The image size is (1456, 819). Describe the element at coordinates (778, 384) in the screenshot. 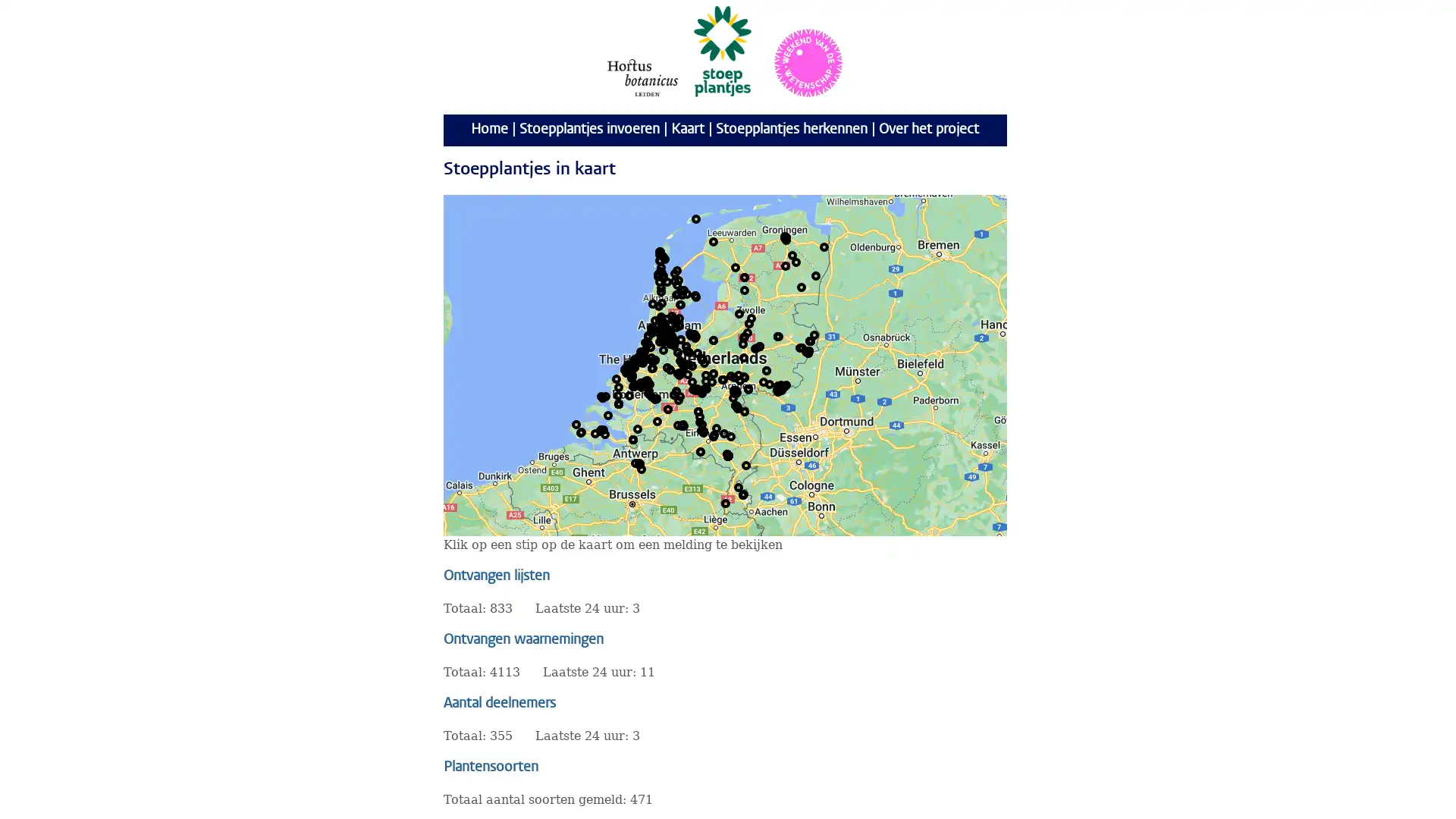

I see `Telling van op 11 mei 2022` at that location.